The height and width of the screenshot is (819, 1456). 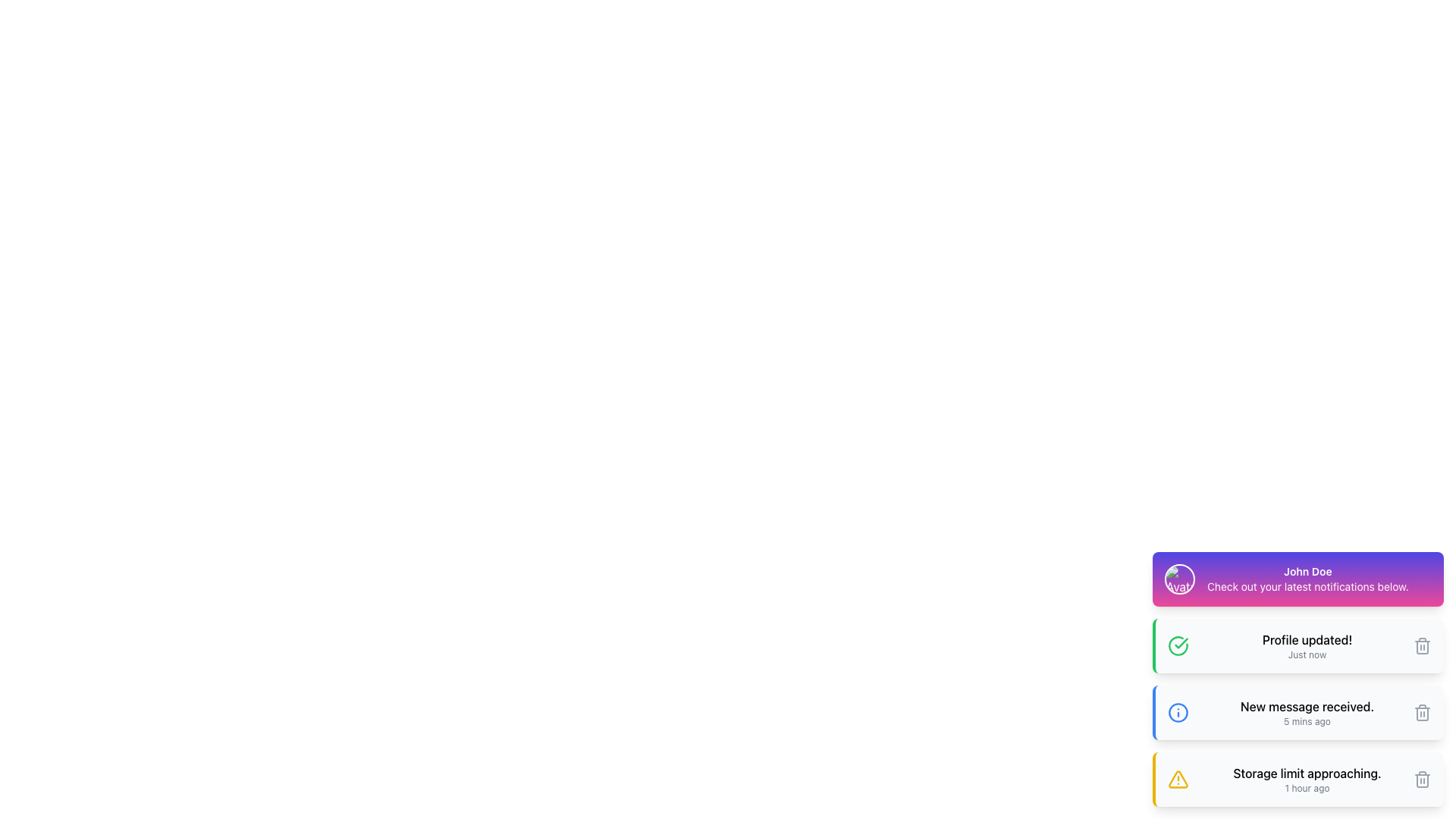 I want to click on the green circular checkmark icon located in the first notification card under the main notification section, adjacent to the text 'Profile updated!', so click(x=1178, y=646).